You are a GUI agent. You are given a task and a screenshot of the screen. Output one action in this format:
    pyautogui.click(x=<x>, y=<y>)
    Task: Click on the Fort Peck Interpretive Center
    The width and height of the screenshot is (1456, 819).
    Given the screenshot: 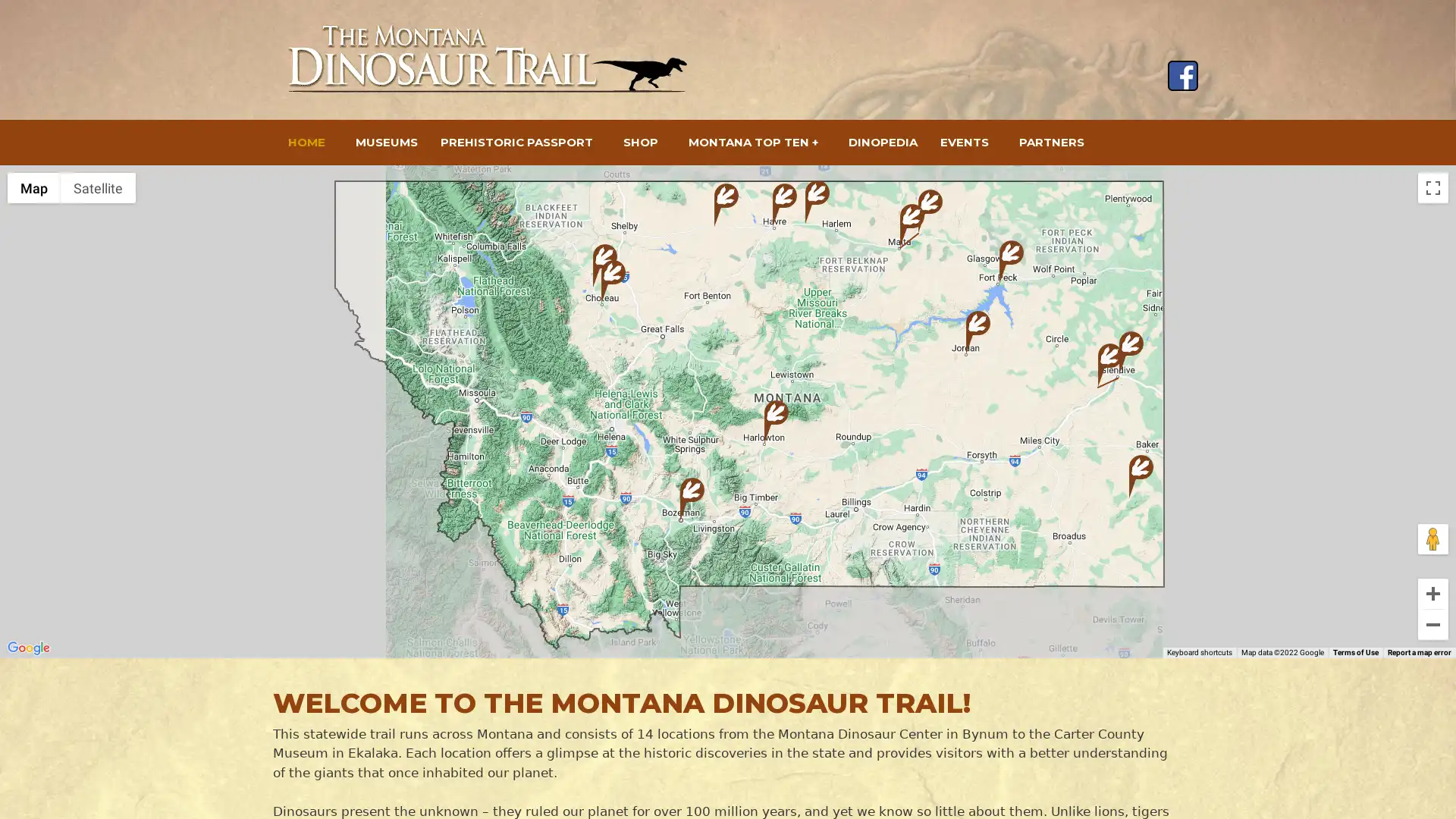 What is the action you would take?
    pyautogui.click(x=1012, y=261)
    